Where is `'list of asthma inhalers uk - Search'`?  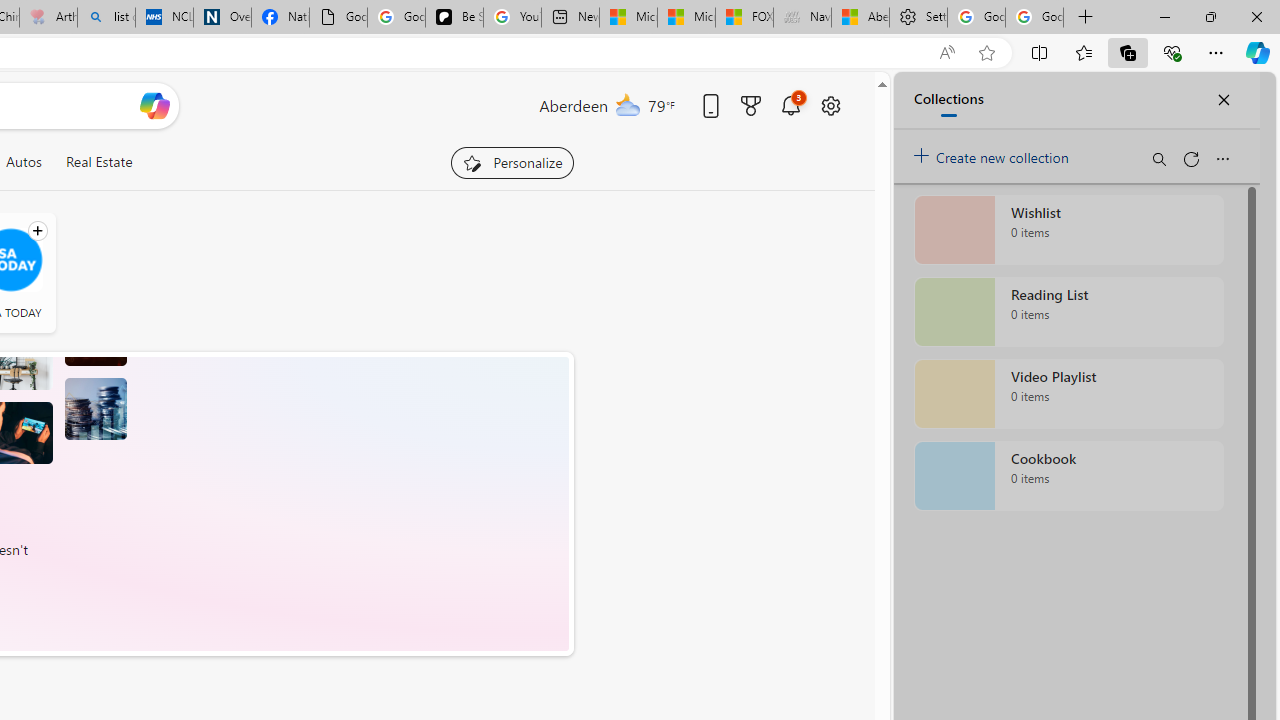
'list of asthma inhalers uk - Search' is located at coordinates (105, 17).